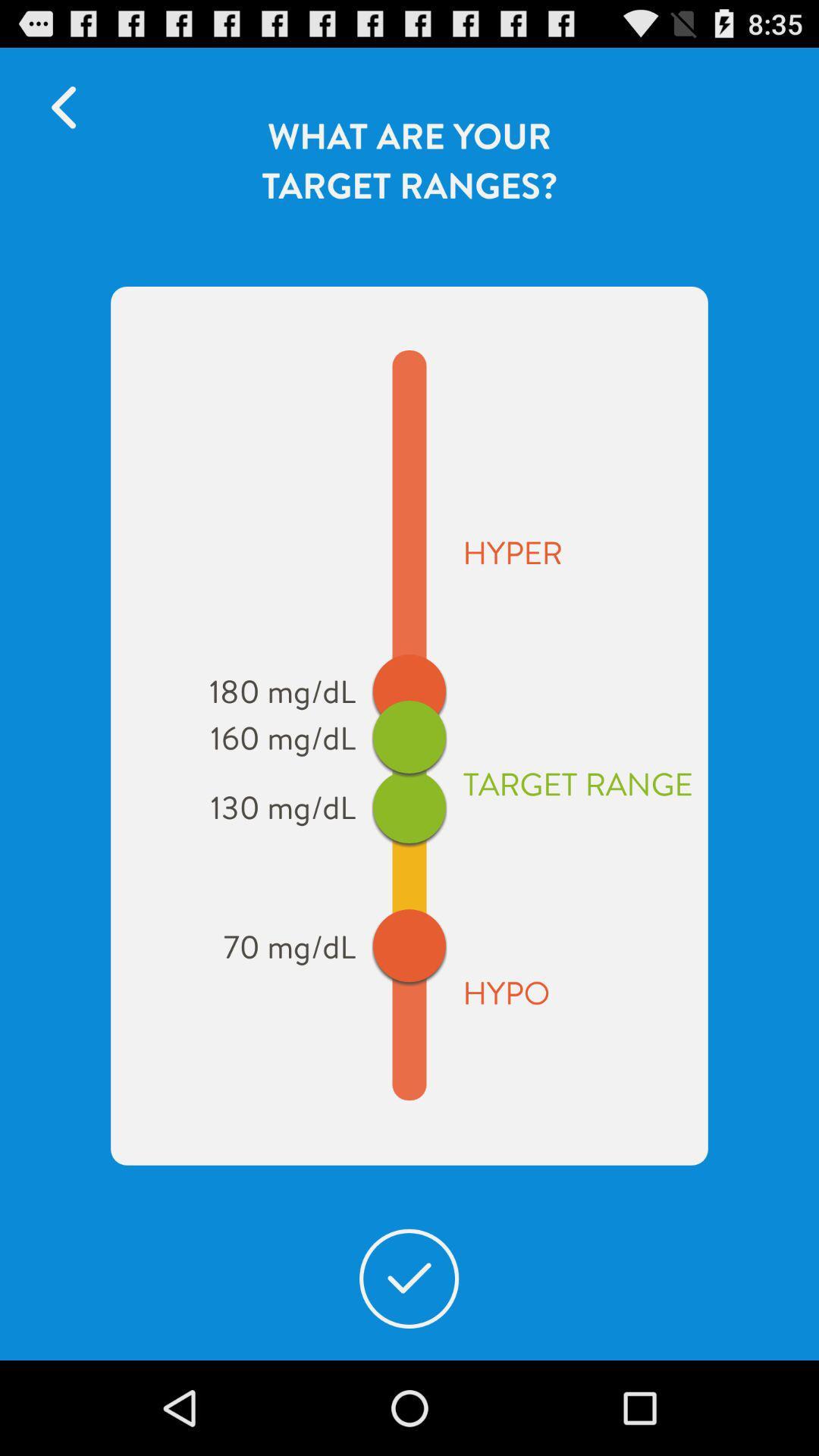  What do you see at coordinates (71, 107) in the screenshot?
I see `item at the top left corner` at bounding box center [71, 107].